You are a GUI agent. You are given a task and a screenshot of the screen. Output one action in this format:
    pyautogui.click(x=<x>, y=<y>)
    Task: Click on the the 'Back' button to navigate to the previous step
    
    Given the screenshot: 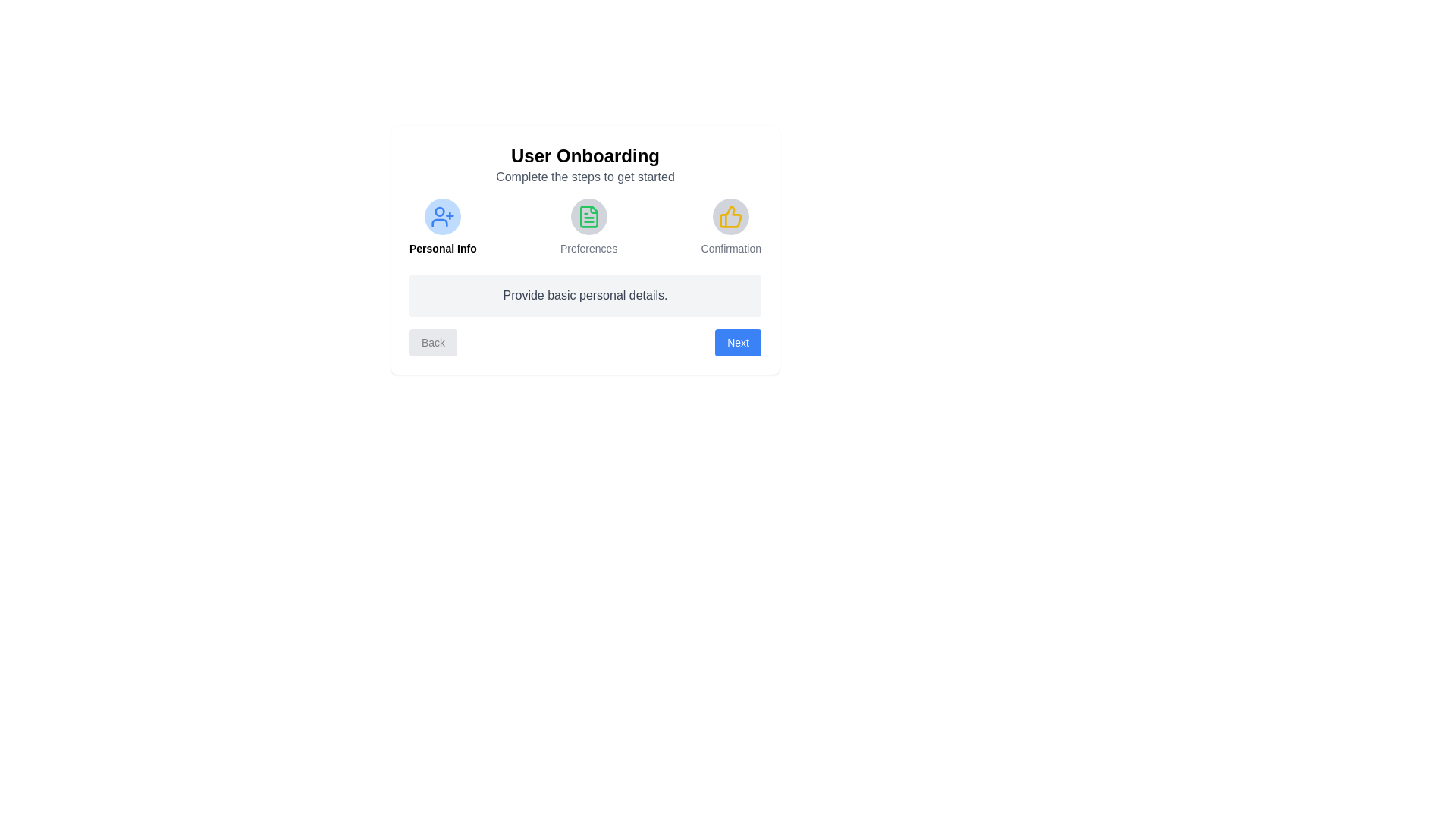 What is the action you would take?
    pyautogui.click(x=432, y=342)
    